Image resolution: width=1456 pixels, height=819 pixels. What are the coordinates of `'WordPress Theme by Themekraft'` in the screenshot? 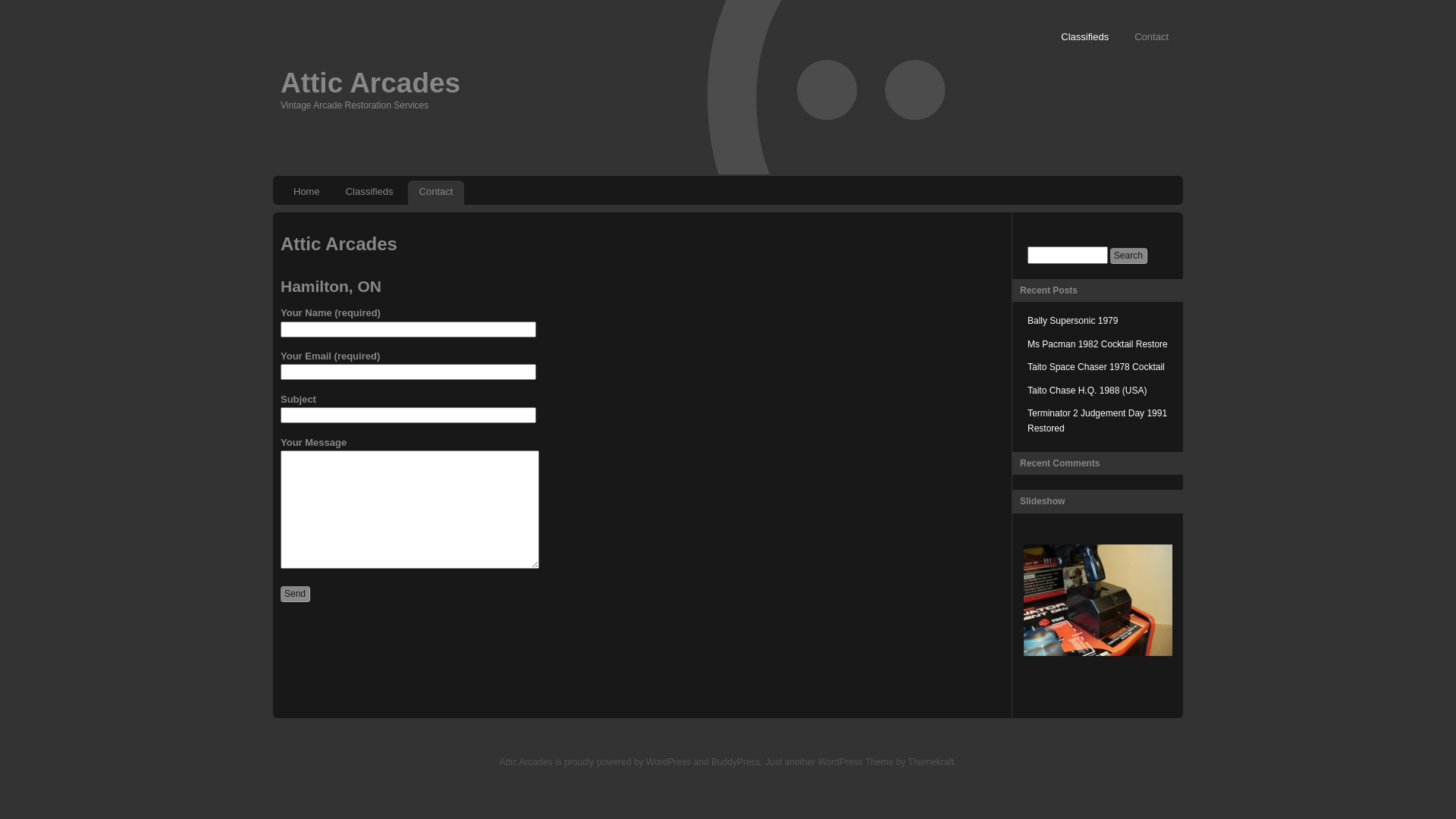 It's located at (886, 762).